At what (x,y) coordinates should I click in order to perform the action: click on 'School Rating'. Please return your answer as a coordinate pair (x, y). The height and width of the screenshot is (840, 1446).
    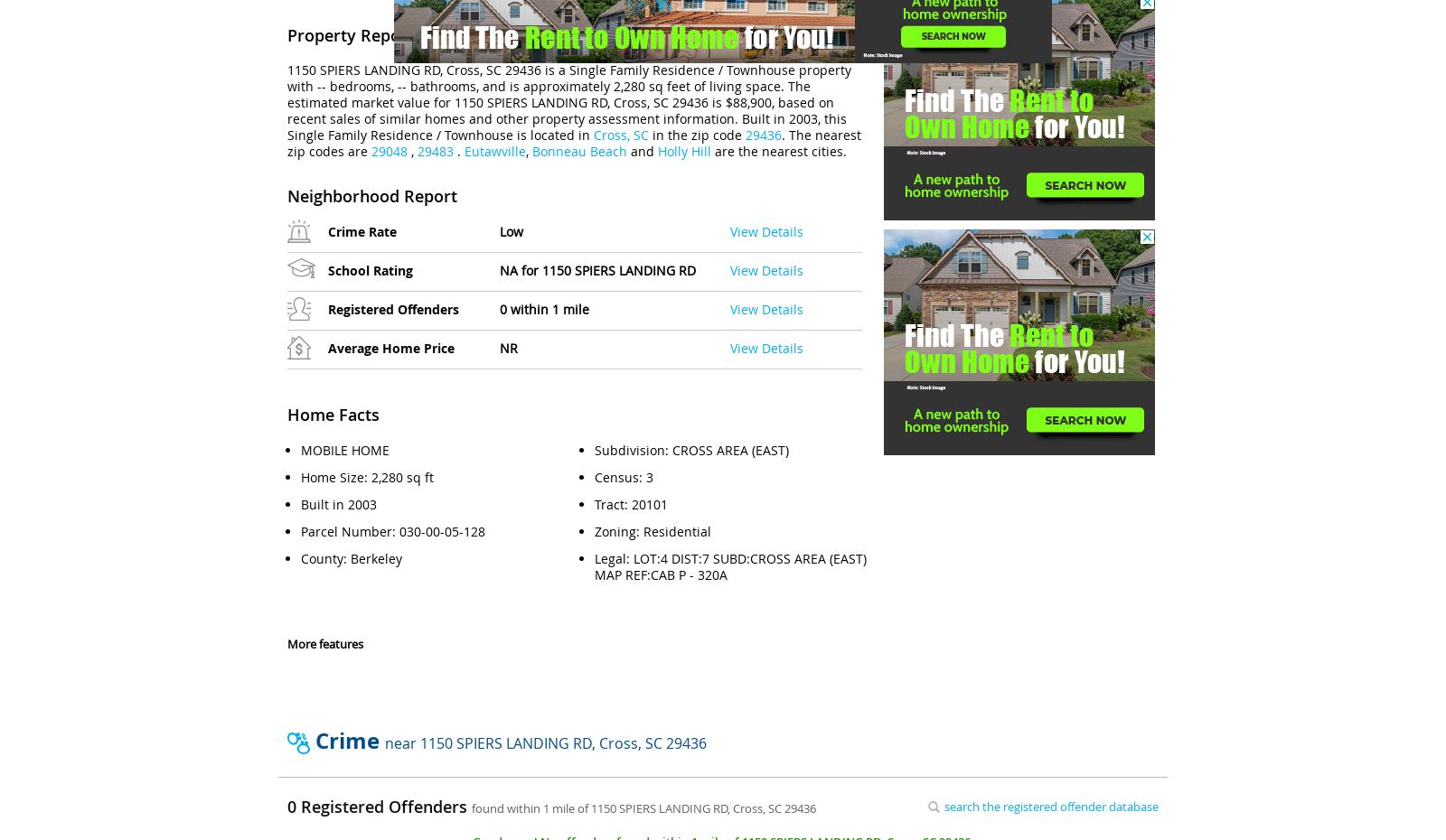
    Looking at the image, I should click on (368, 270).